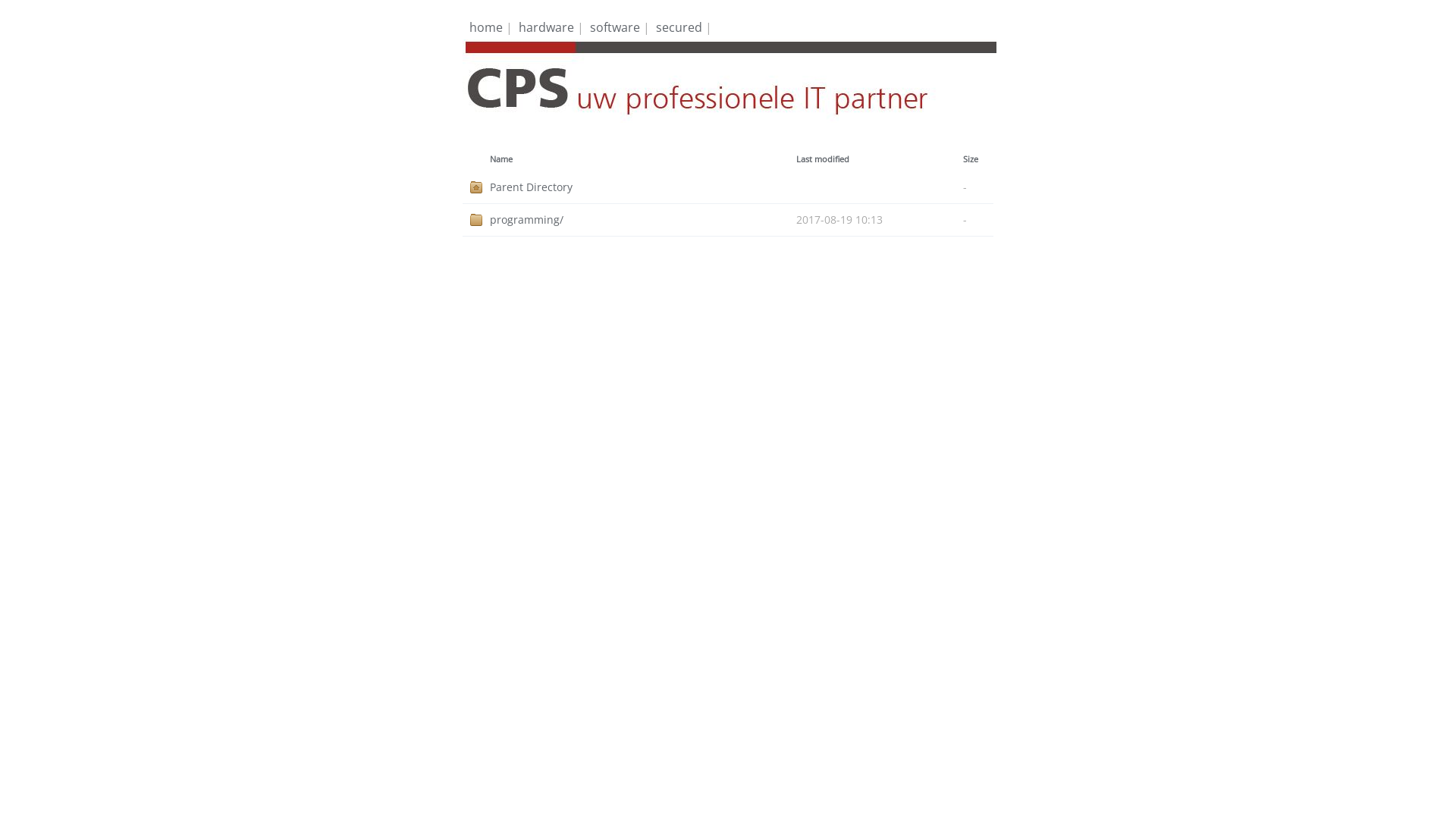 The width and height of the screenshot is (1456, 819). What do you see at coordinates (501, 158) in the screenshot?
I see `'Name'` at bounding box center [501, 158].